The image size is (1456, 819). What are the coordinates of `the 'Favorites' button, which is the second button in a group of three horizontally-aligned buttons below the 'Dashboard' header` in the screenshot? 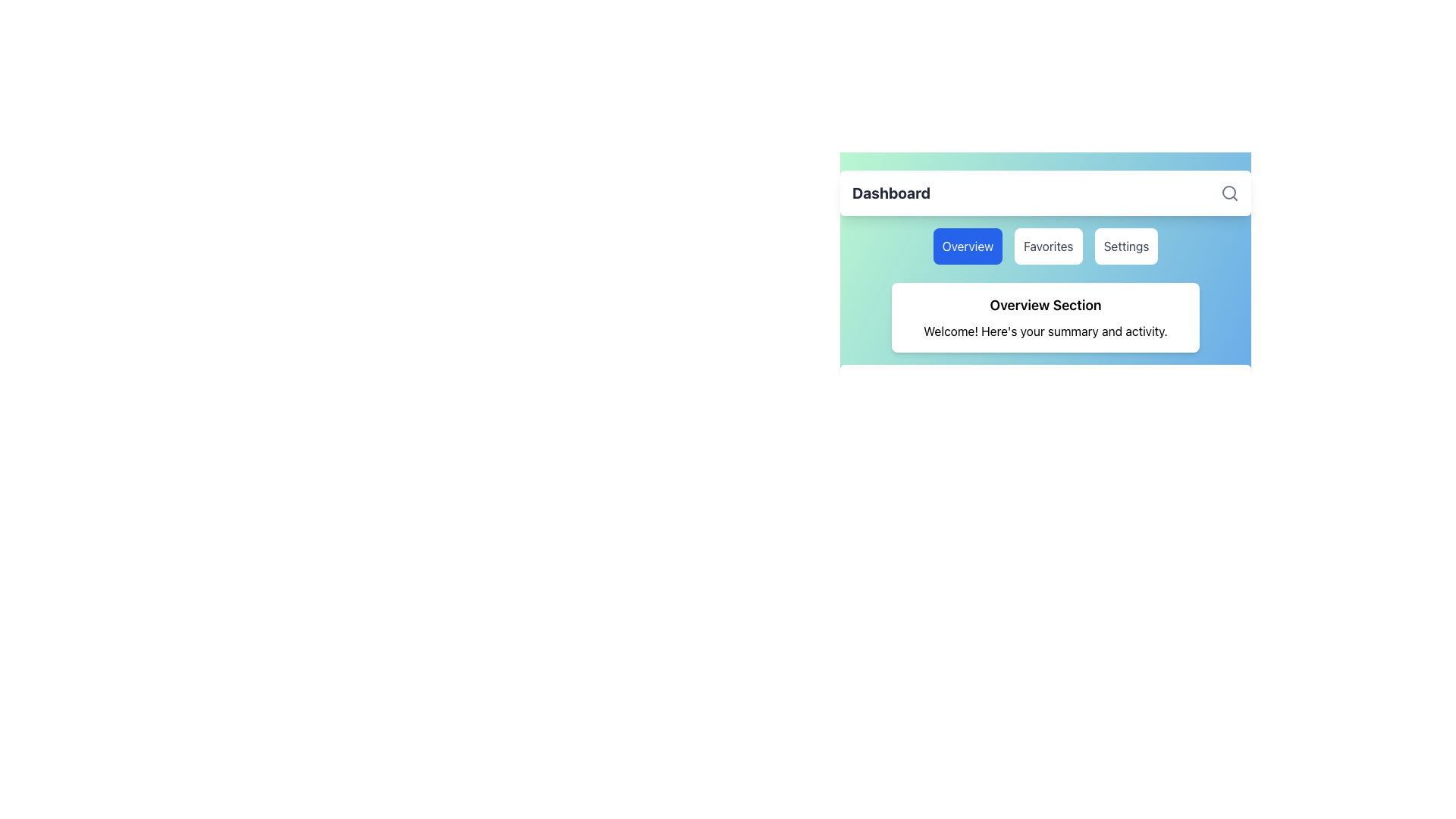 It's located at (1047, 245).